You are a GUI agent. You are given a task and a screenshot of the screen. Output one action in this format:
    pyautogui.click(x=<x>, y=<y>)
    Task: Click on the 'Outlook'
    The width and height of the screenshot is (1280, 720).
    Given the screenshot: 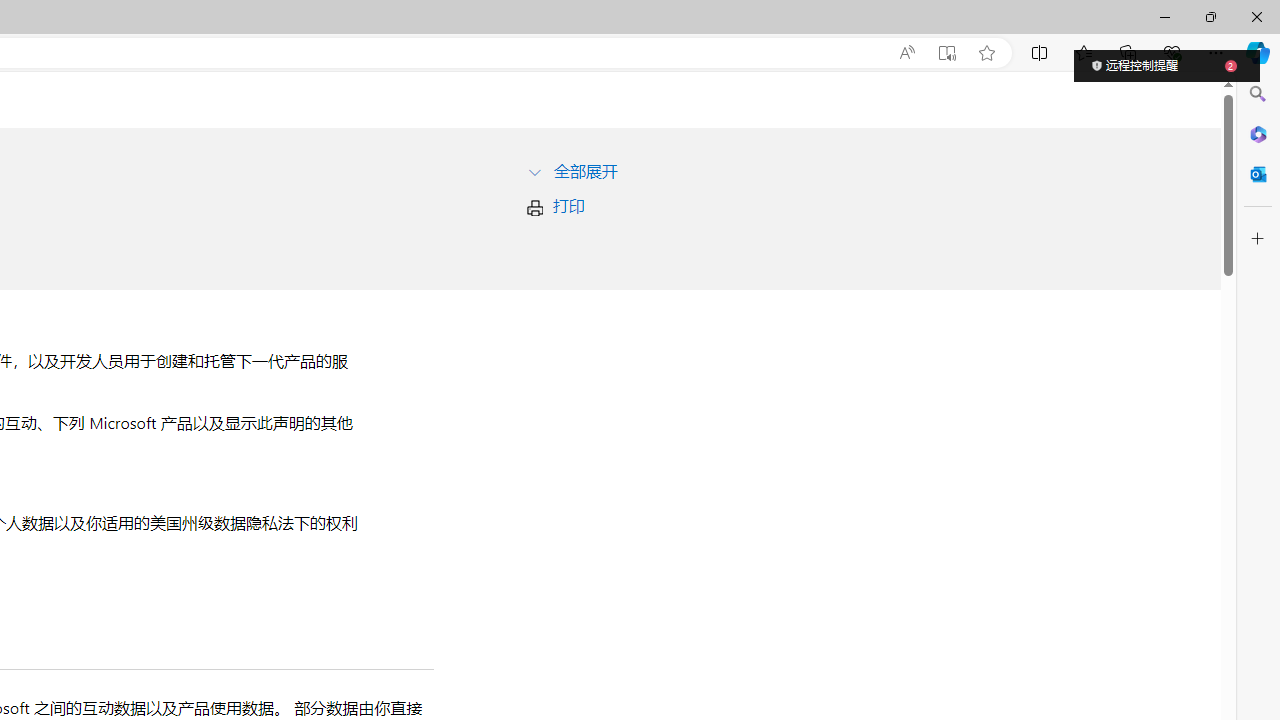 What is the action you would take?
    pyautogui.click(x=1257, y=173)
    